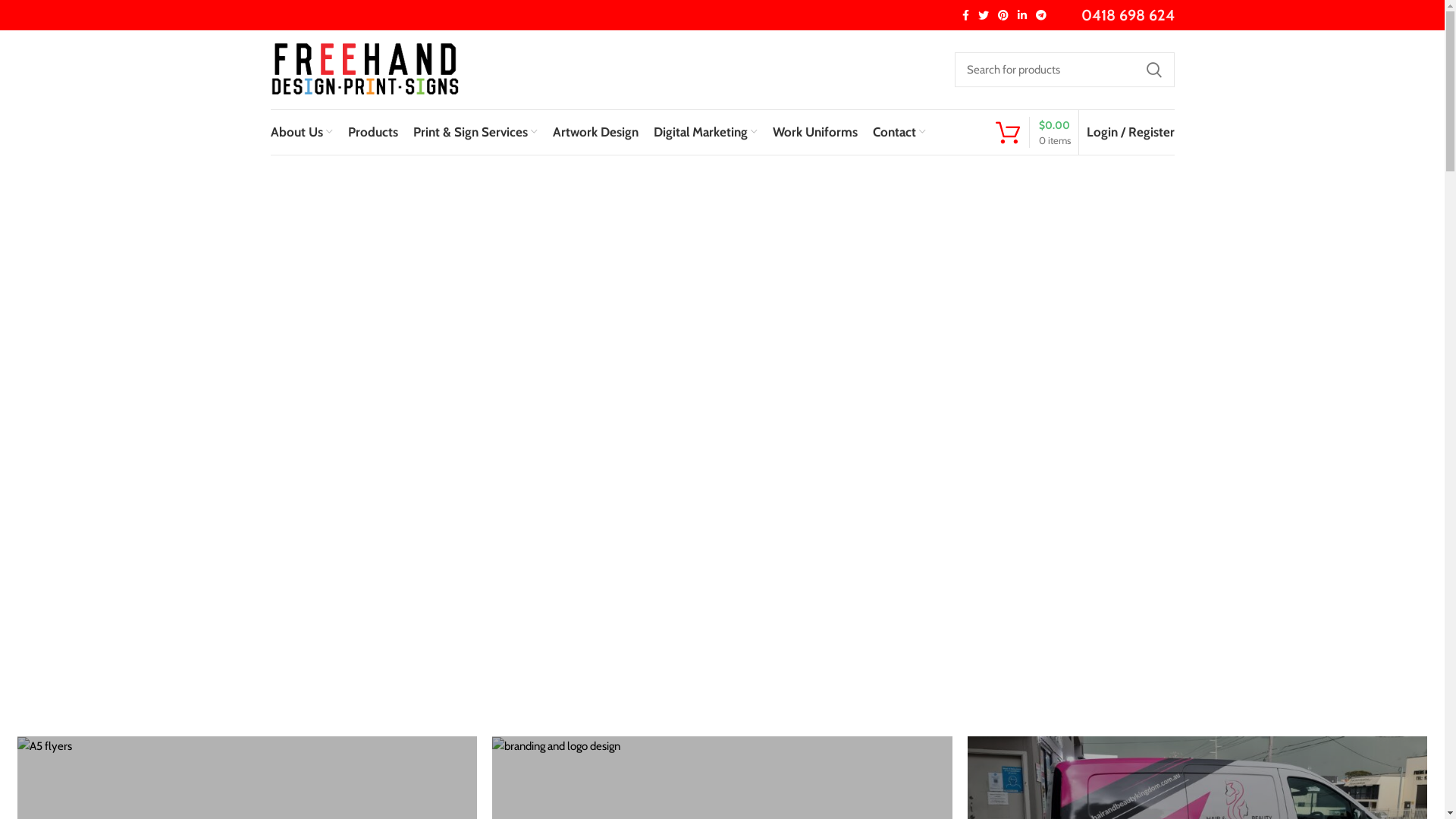  Describe the element at coordinates (704, 130) in the screenshot. I see `'Digital Marketing'` at that location.